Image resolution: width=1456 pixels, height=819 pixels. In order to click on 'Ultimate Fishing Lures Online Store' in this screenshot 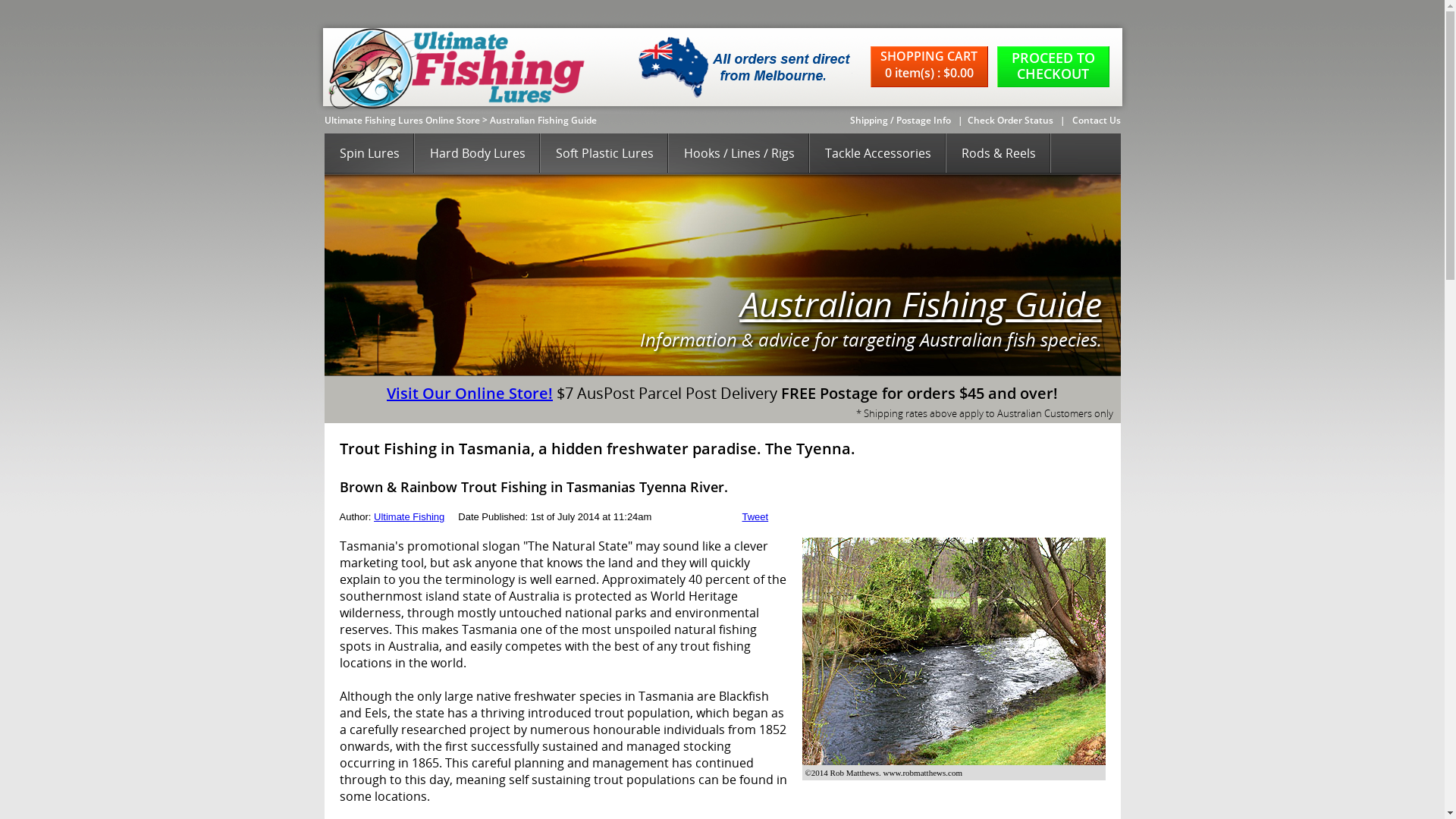, I will do `click(402, 119)`.